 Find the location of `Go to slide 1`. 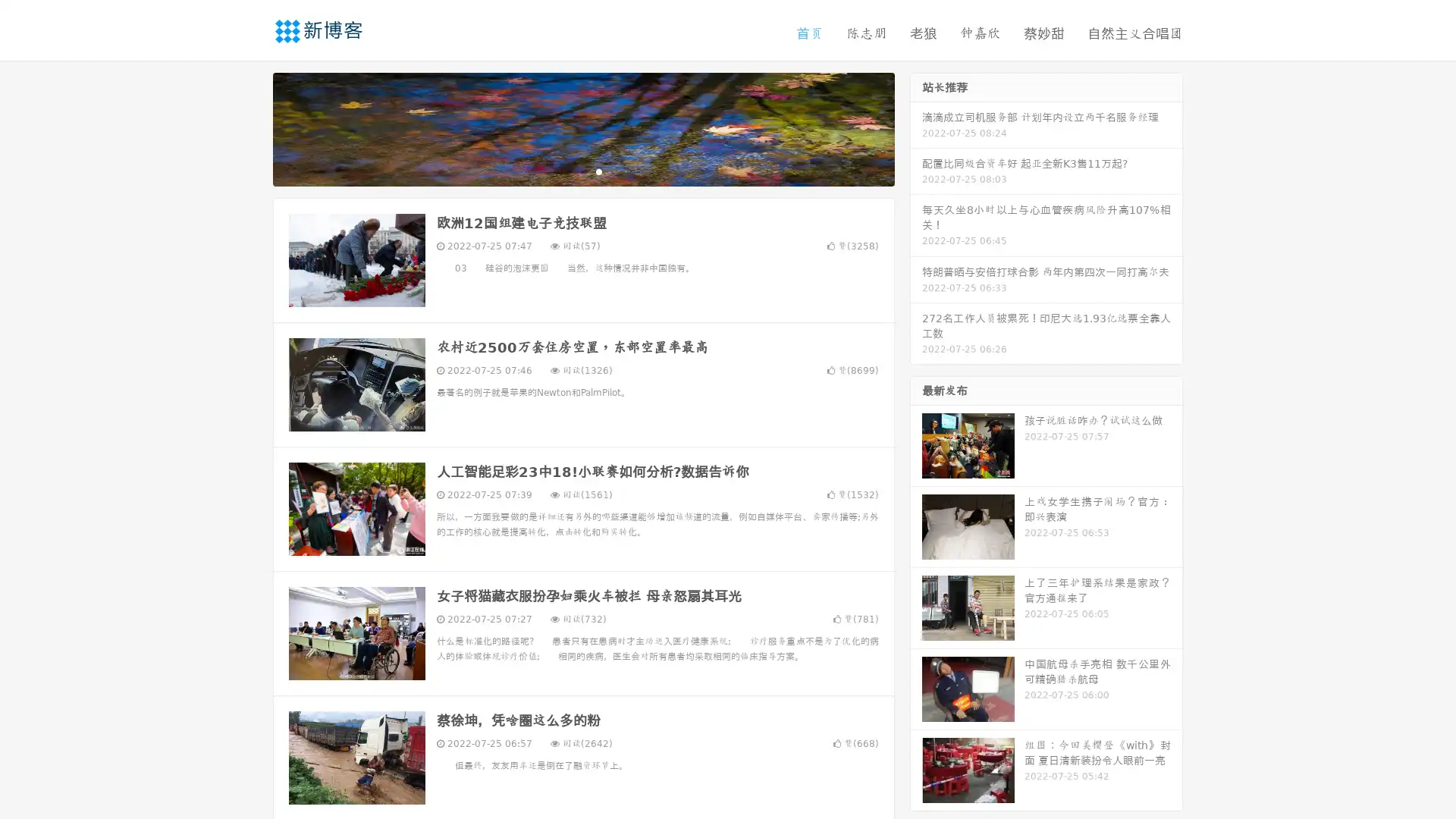

Go to slide 1 is located at coordinates (567, 171).